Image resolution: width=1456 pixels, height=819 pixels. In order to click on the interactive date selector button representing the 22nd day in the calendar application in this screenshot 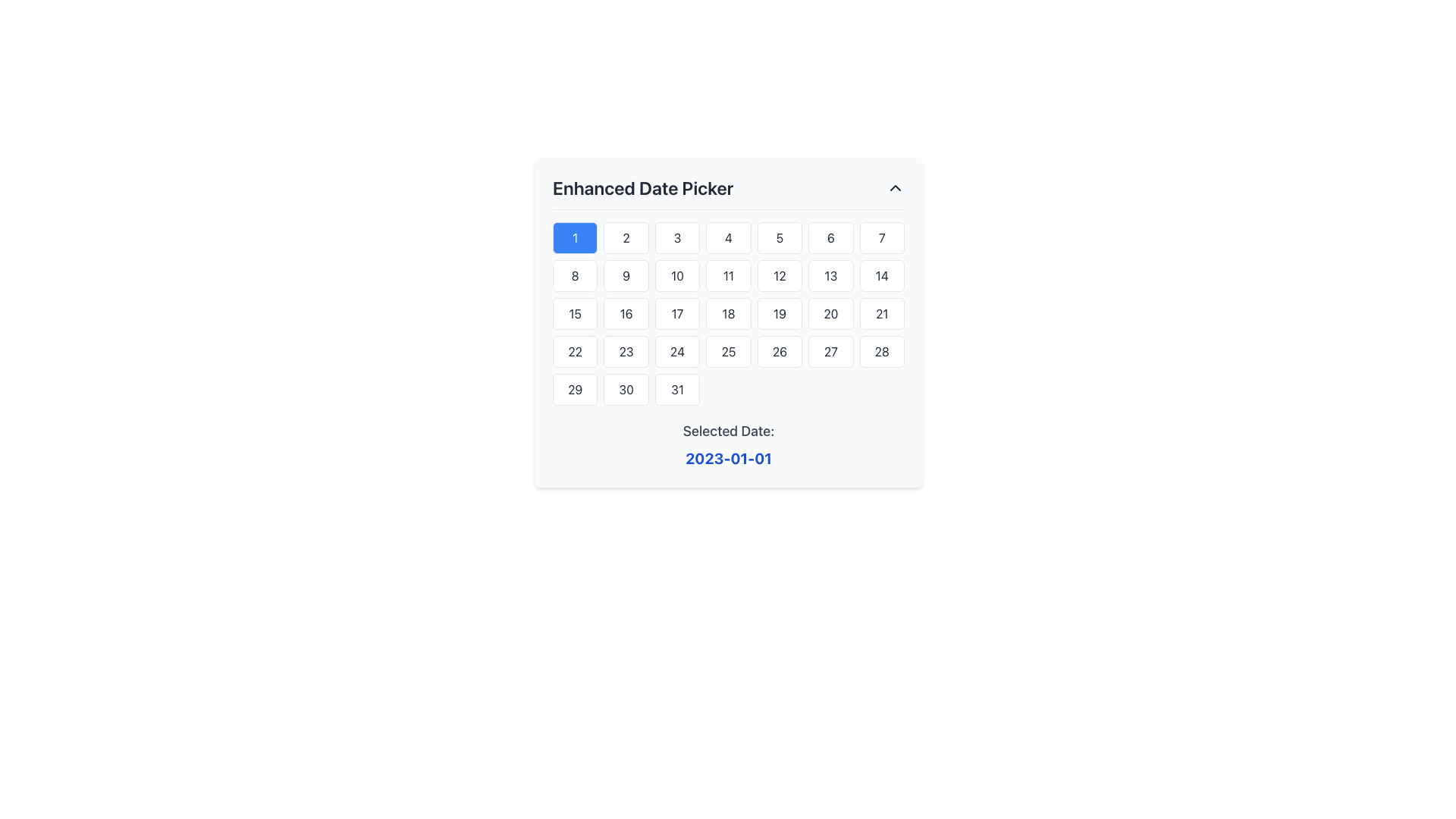, I will do `click(574, 351)`.